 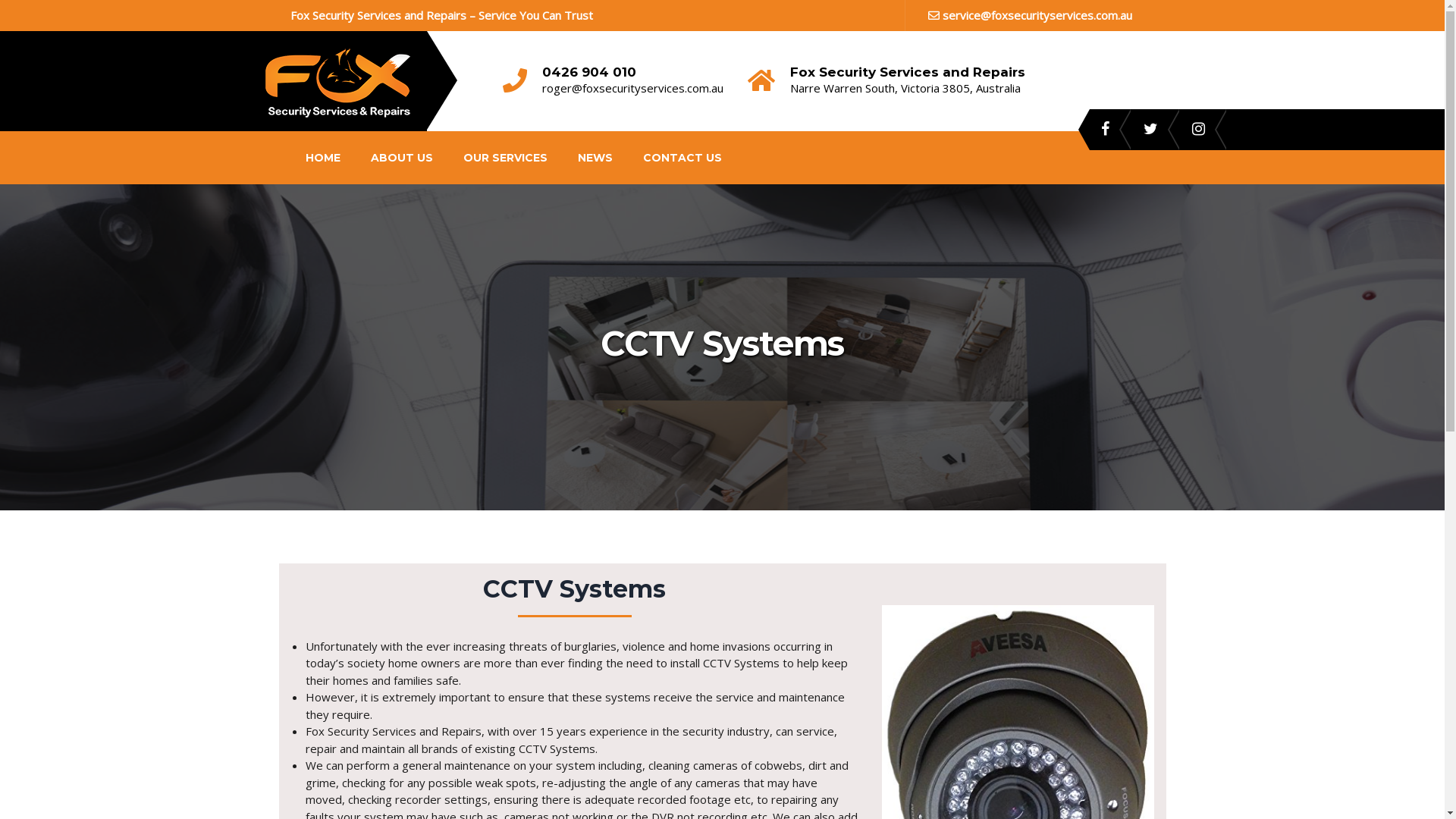 I want to click on 'service@foxsecurityservices.com.au', so click(x=1030, y=14).